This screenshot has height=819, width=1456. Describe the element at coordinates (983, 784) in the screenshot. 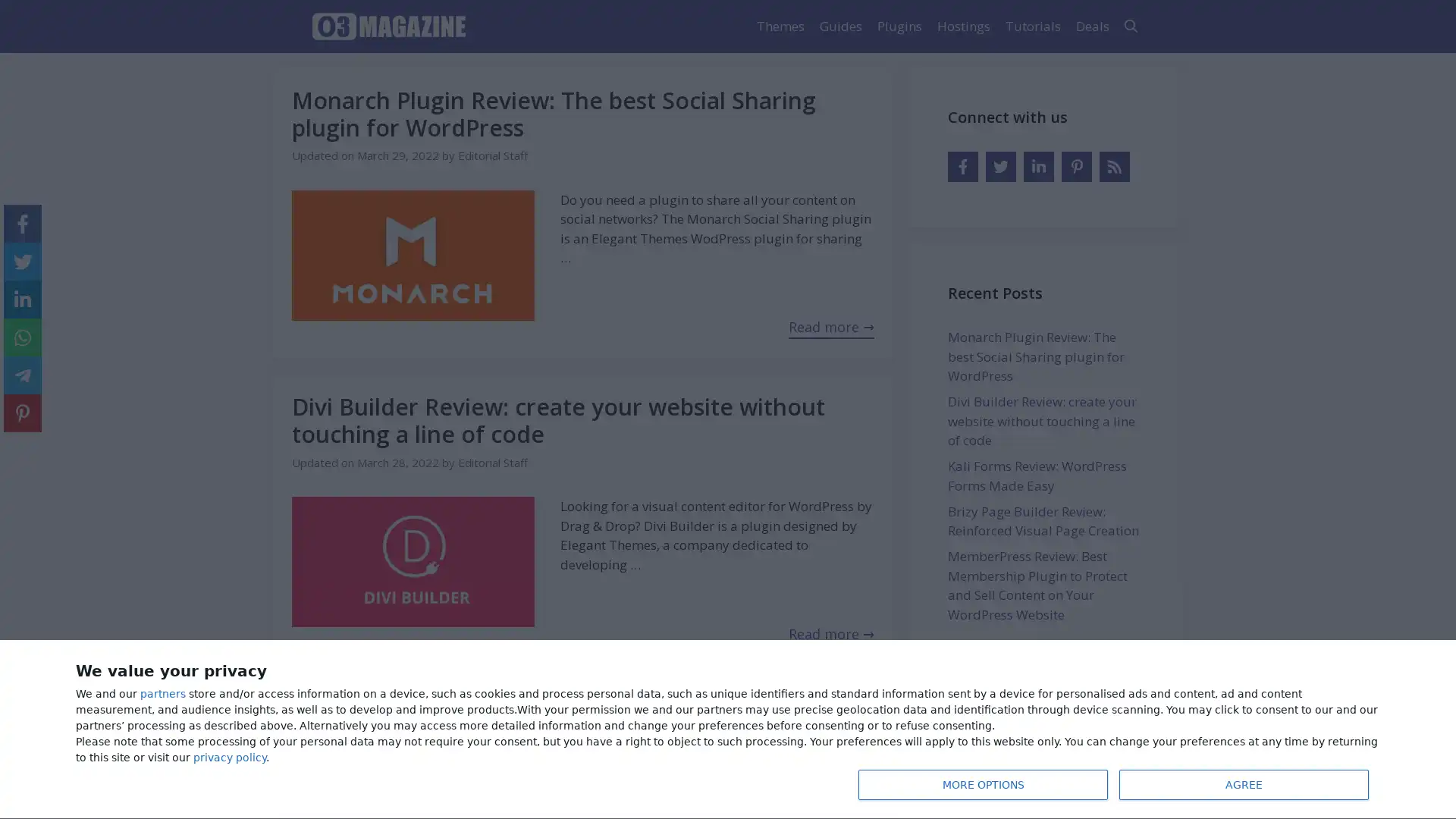

I see `MORE OPTIONS` at that location.